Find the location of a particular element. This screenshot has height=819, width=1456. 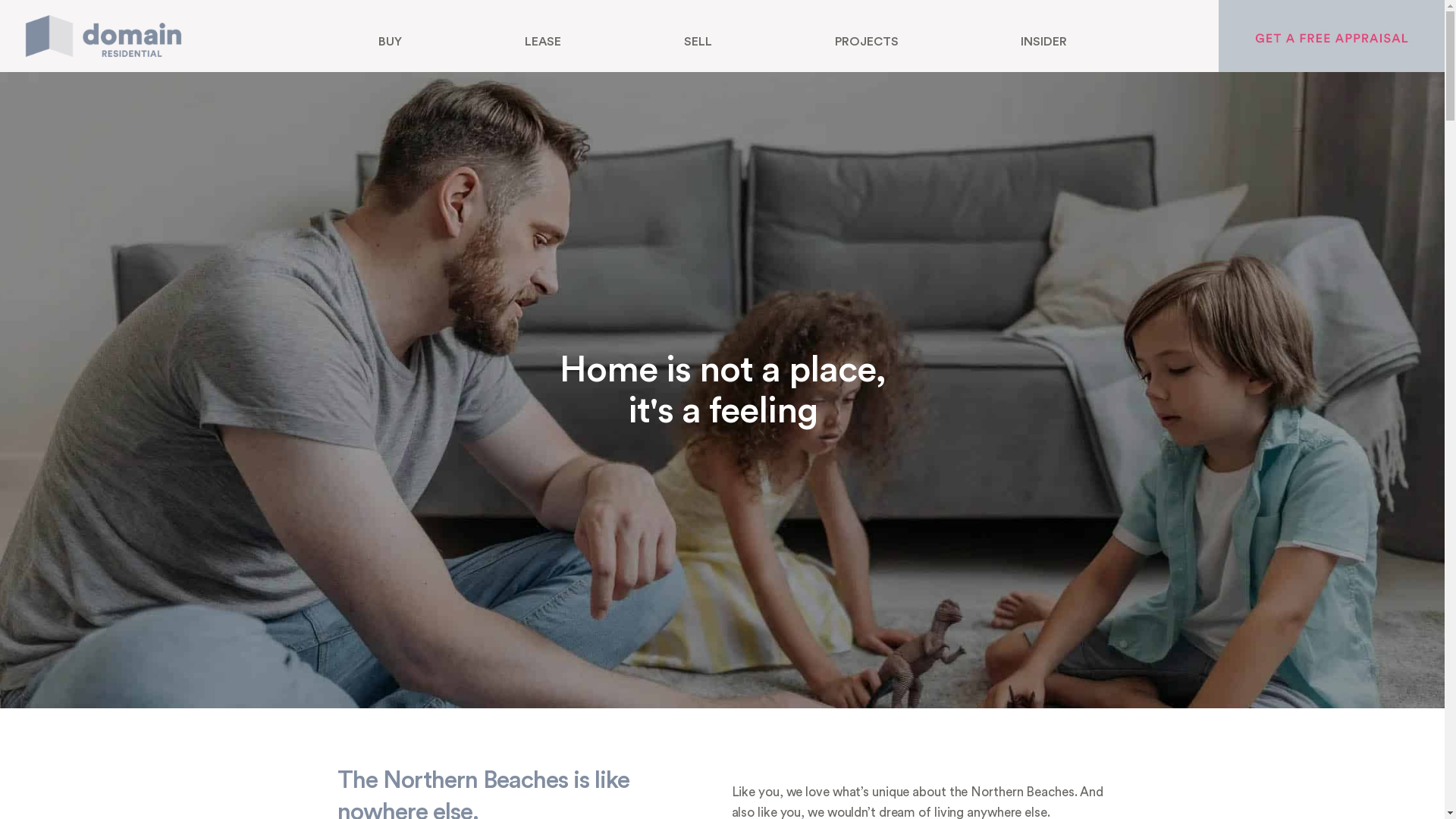

'LEASE' is located at coordinates (542, 40).